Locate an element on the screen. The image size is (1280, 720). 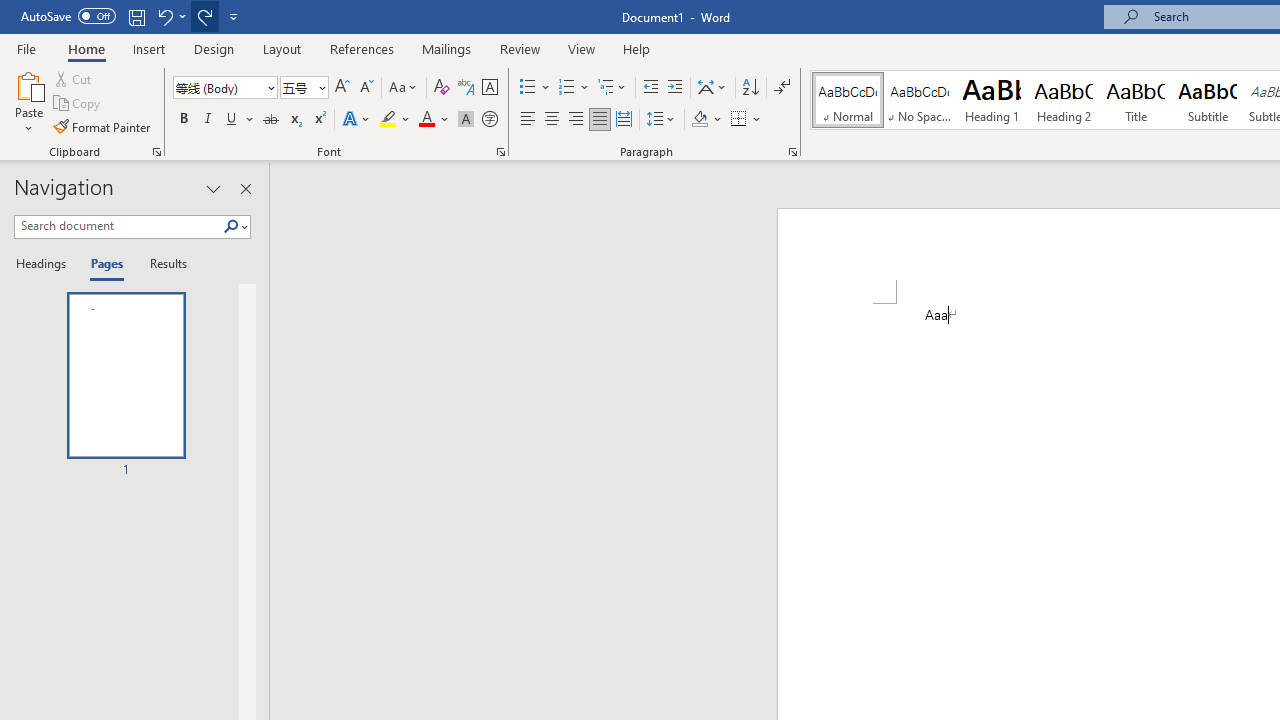
'Clear Formatting' is located at coordinates (441, 86).